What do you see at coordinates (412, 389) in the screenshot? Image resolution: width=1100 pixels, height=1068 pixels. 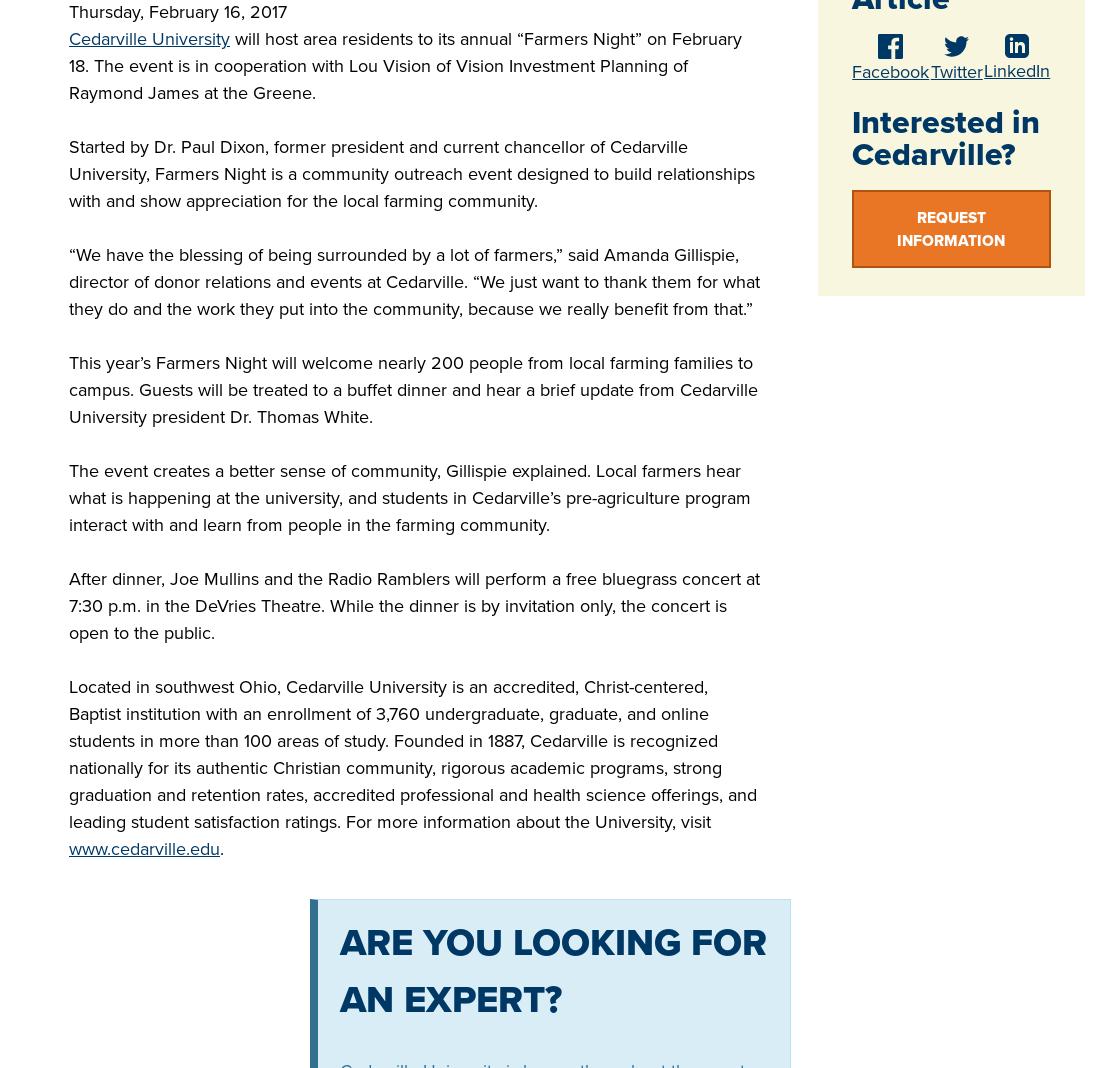 I see `'This year’s Farmers Night will welcome nearly 200 people from local farming families to campus. Guests will be treated to a buffet dinner and hear a brief update from Cedarville University president Dr. Thomas White.'` at bounding box center [412, 389].